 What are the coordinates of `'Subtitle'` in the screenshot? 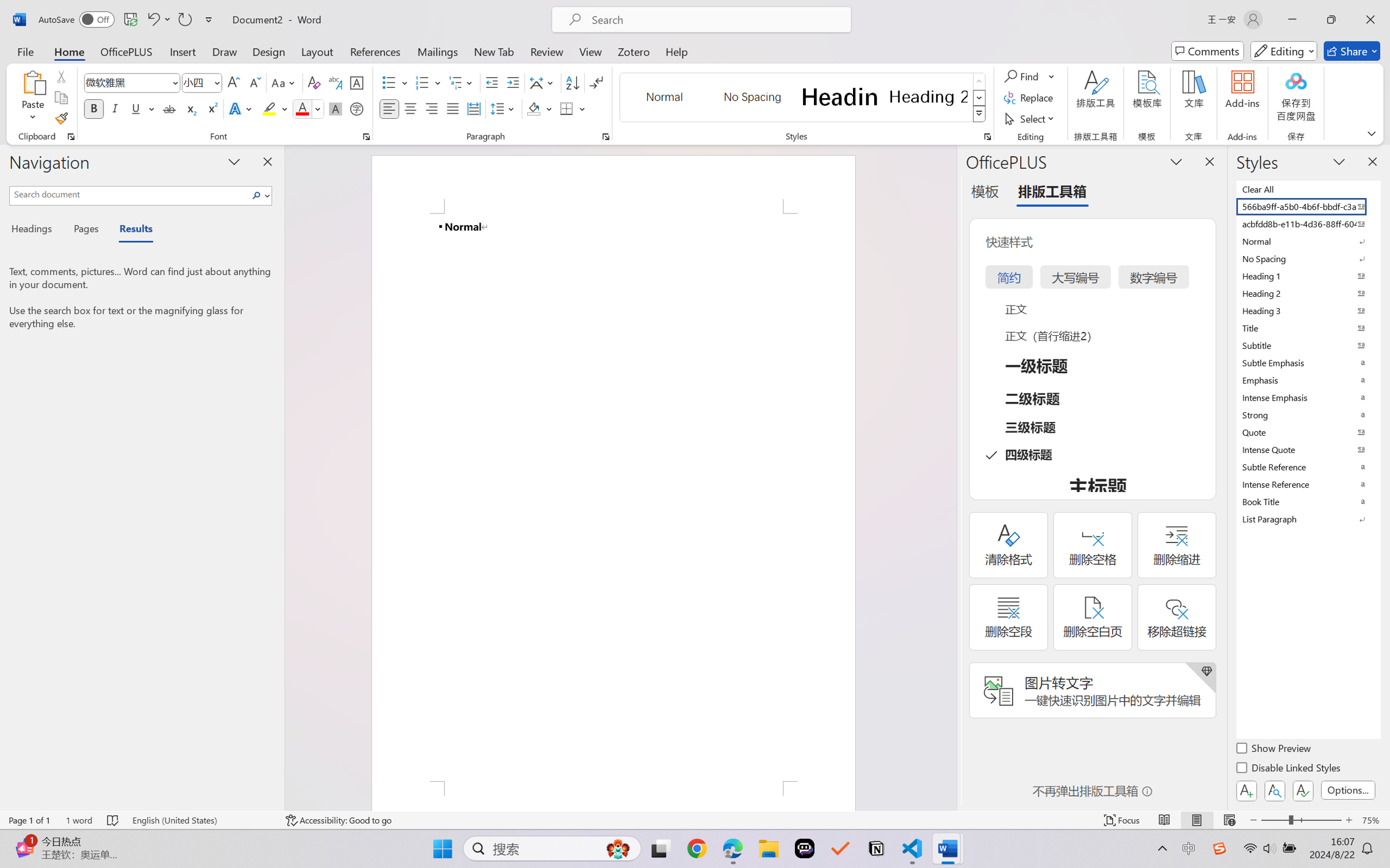 It's located at (1307, 345).